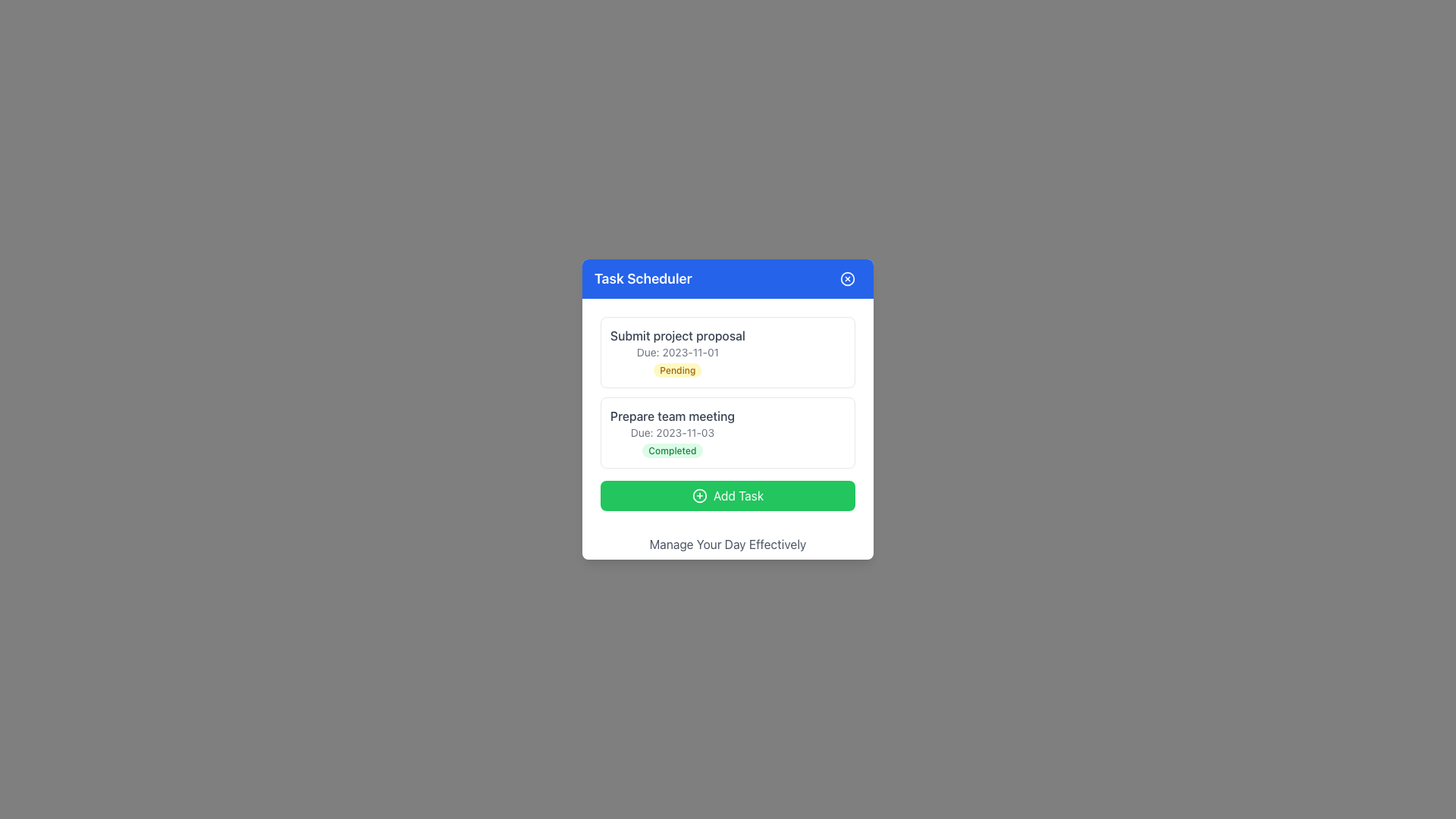 The height and width of the screenshot is (819, 1456). I want to click on the SVG circle element that is part of the 'Add Task' button icon located at the bottom of the task scheduler's main window, so click(698, 496).